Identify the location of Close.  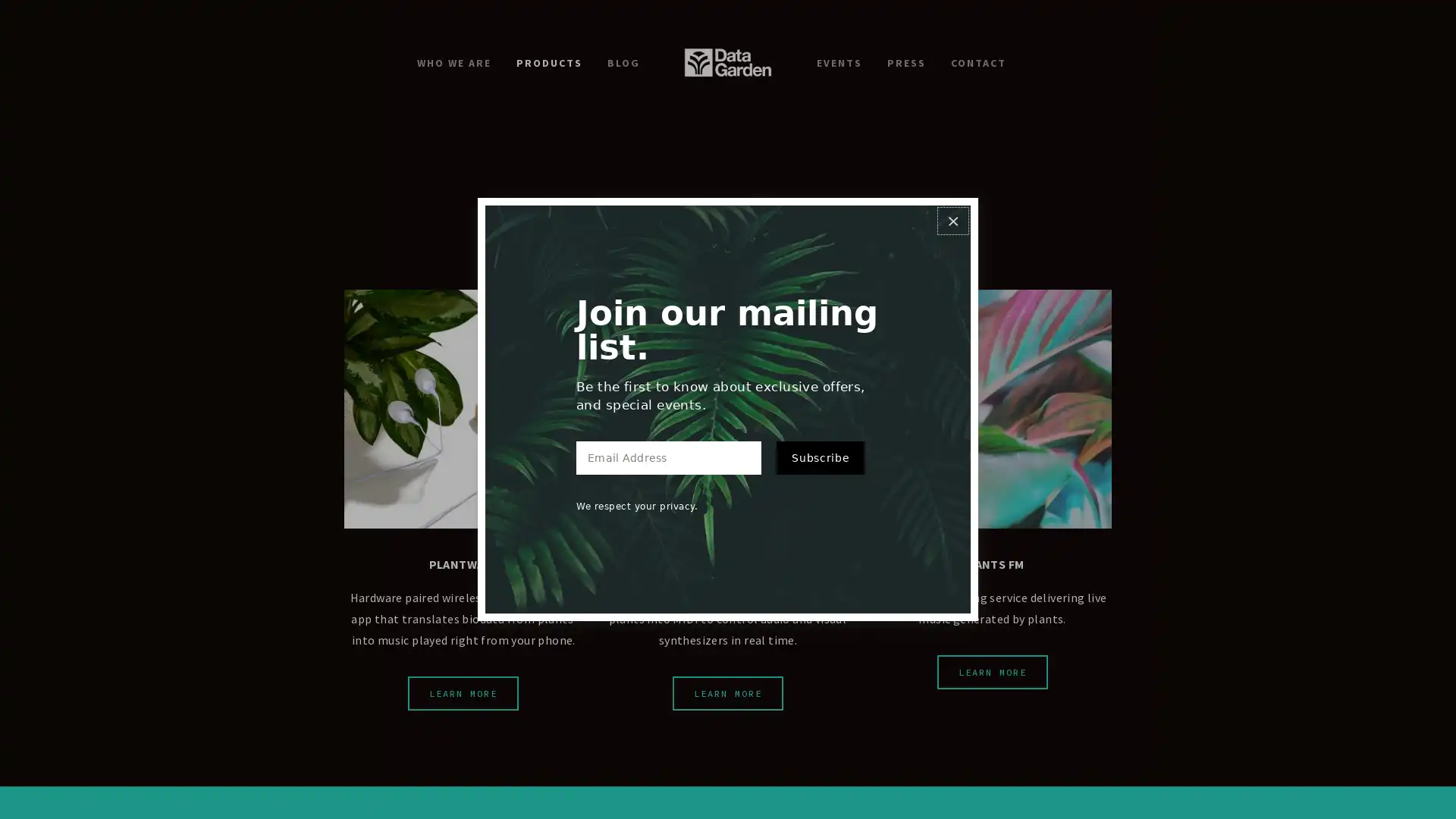
(952, 210).